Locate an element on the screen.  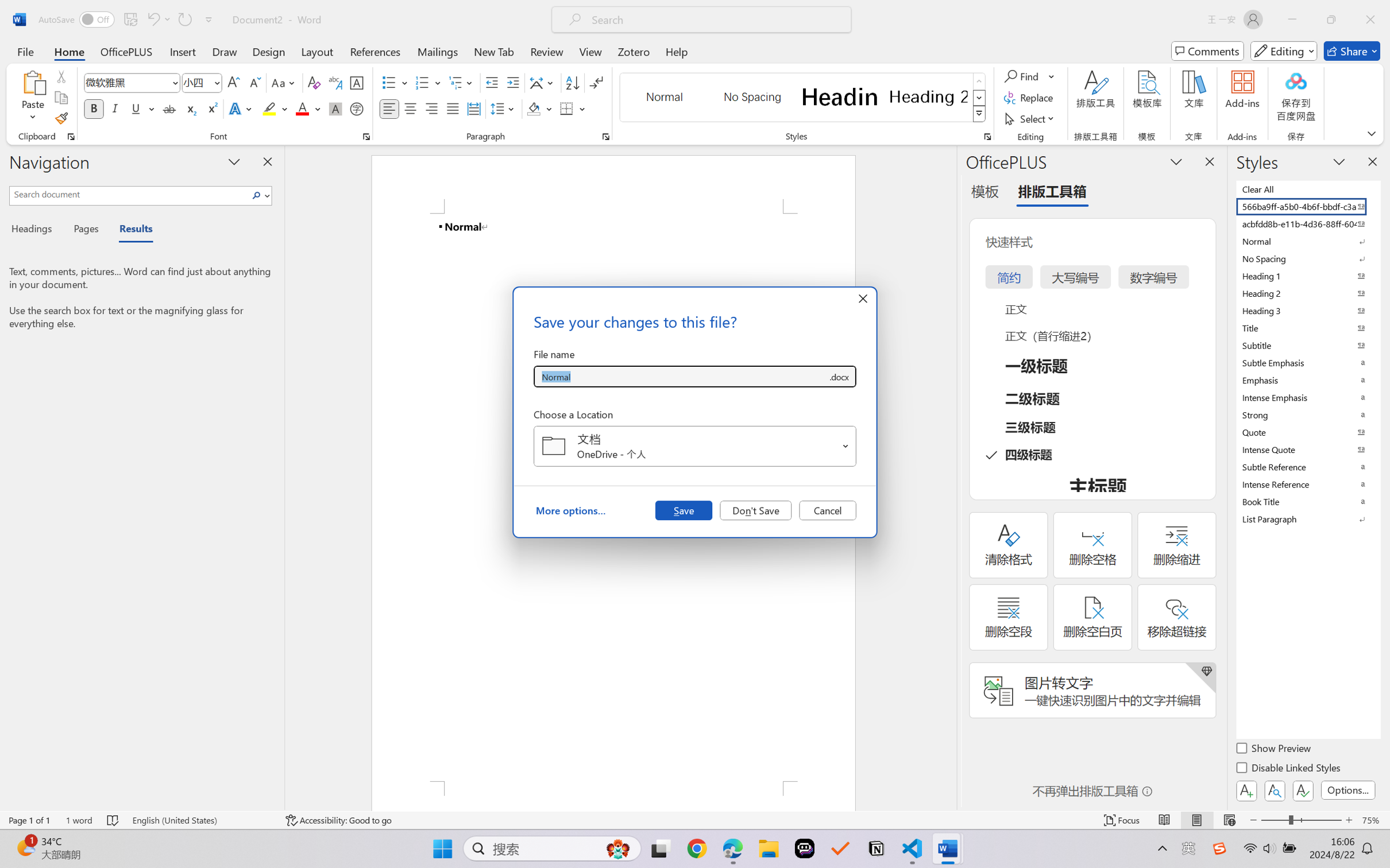
'Title' is located at coordinates (1307, 327).